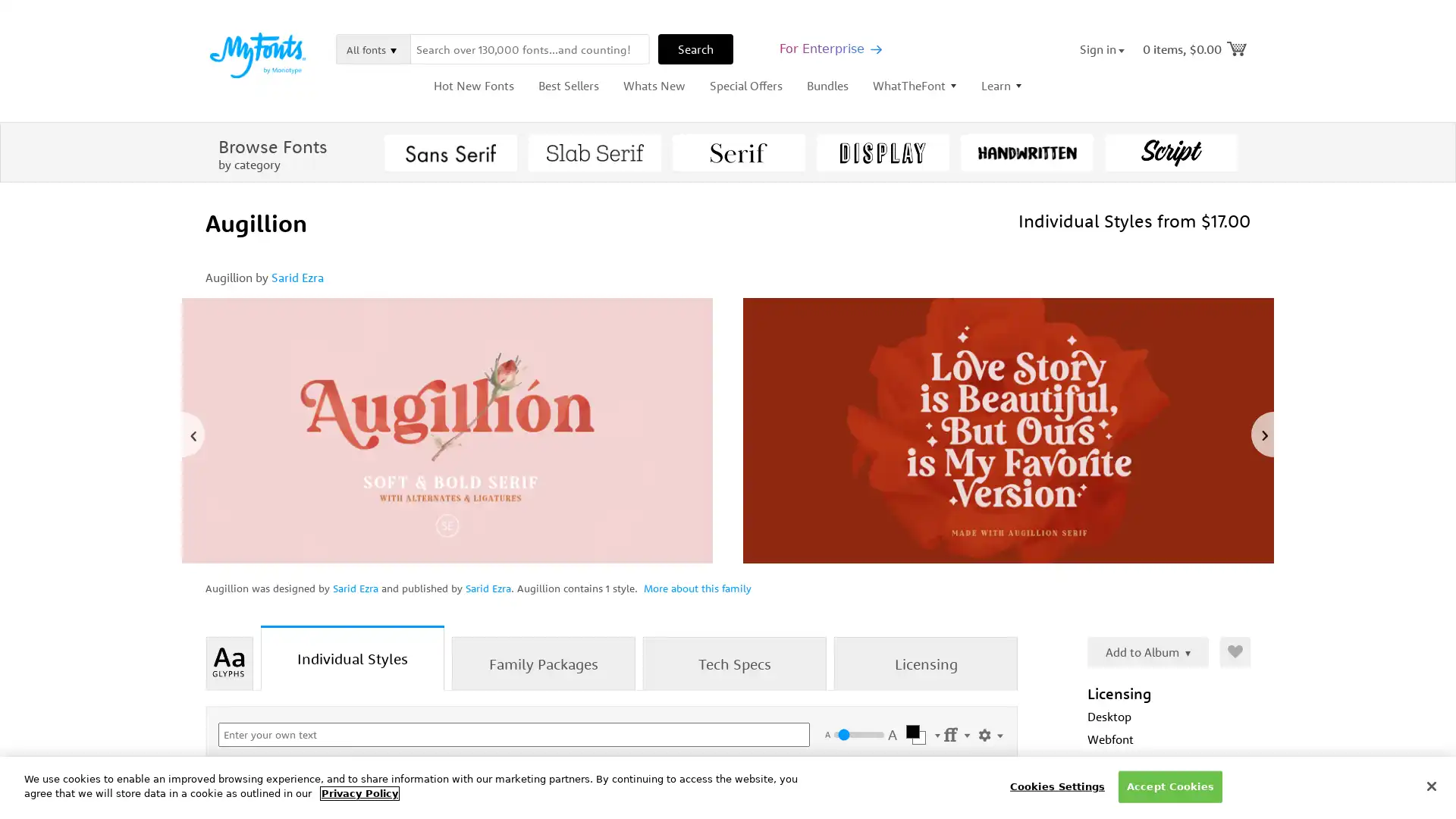 This screenshot has width=1456, height=819. Describe the element at coordinates (1147, 651) in the screenshot. I see `Add to Album` at that location.